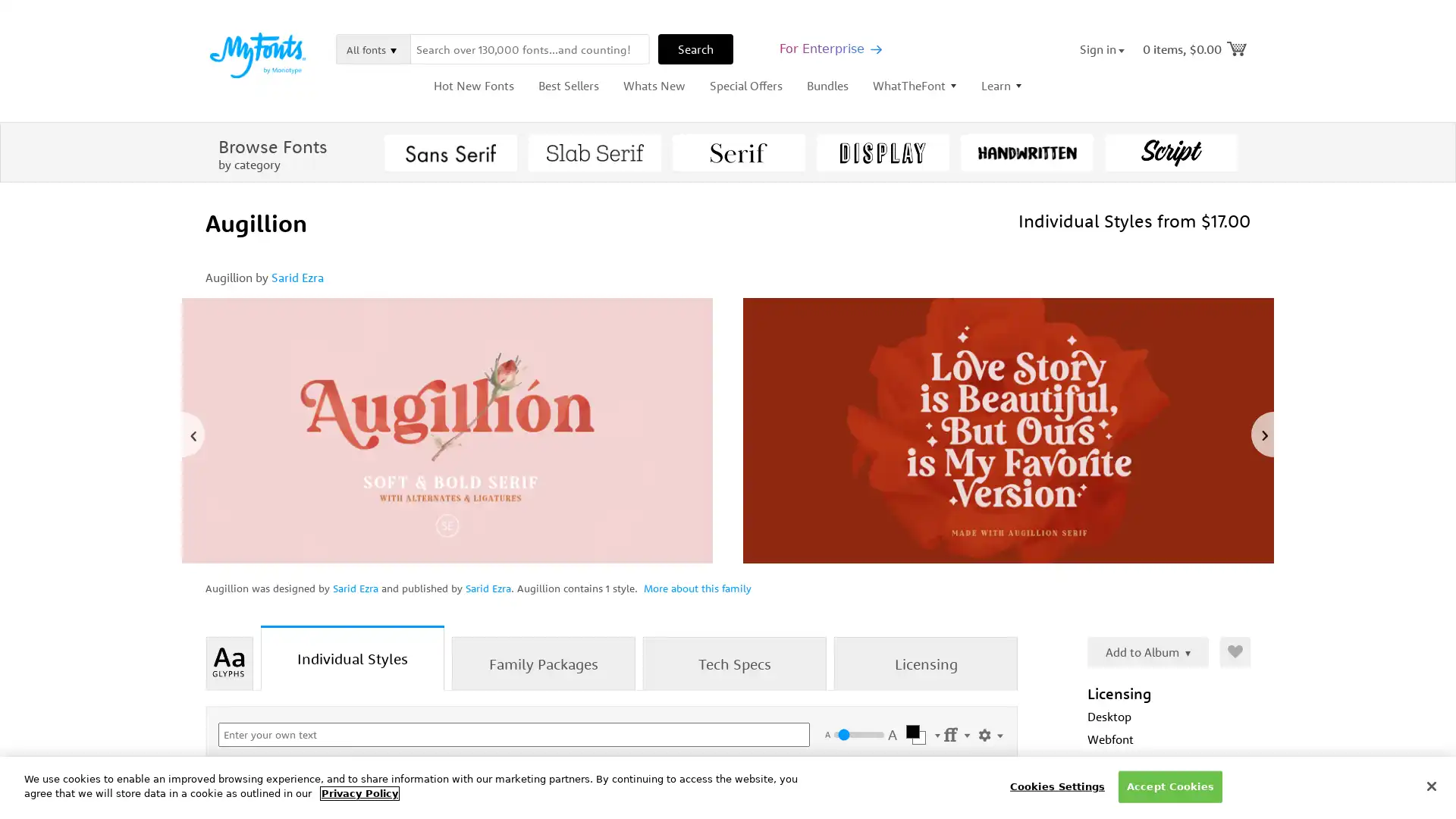 This screenshot has width=1456, height=819. Describe the element at coordinates (1147, 651) in the screenshot. I see `Add to Album` at that location.